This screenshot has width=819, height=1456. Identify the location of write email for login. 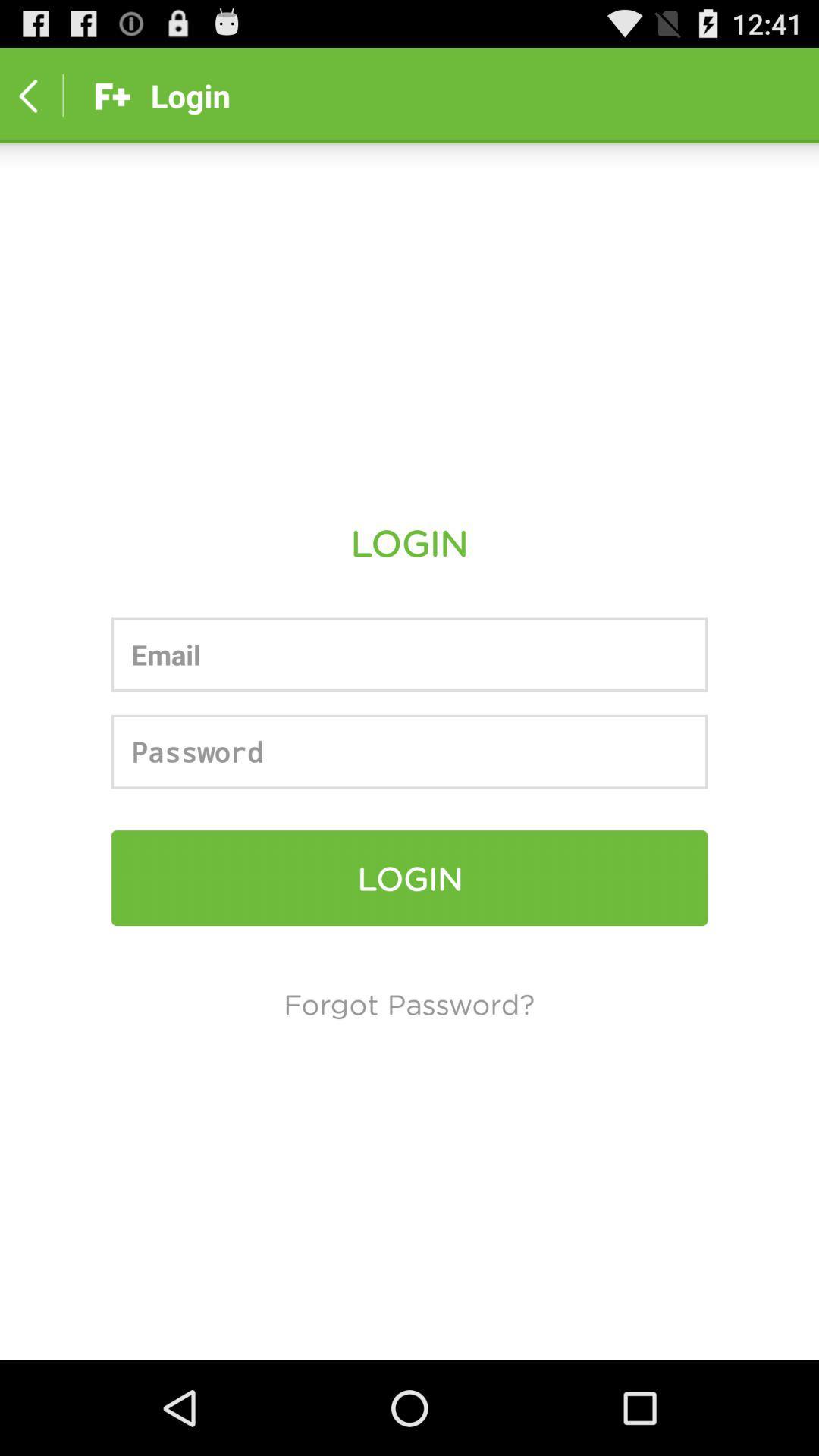
(409, 654).